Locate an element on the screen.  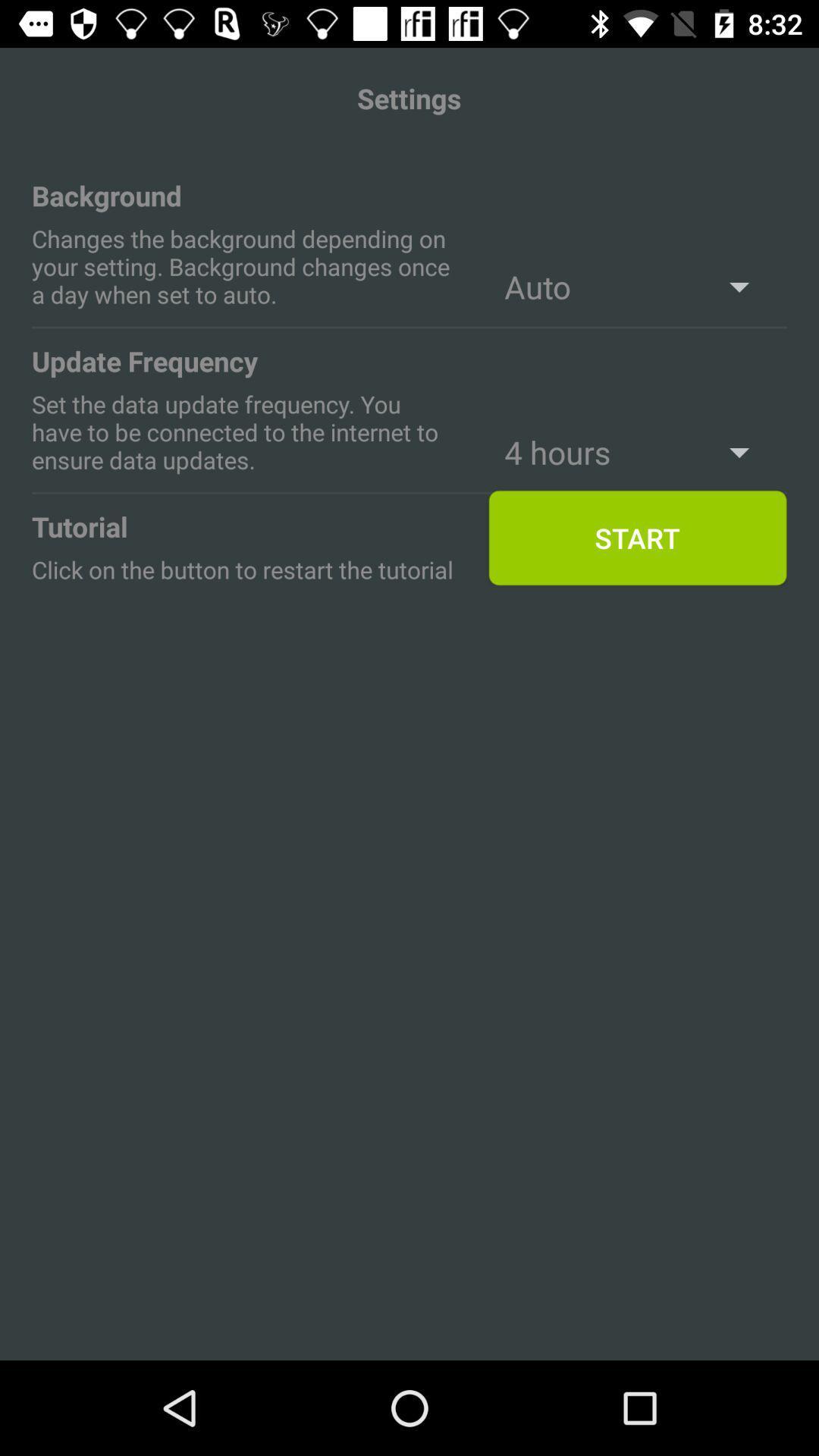
the start button is located at coordinates (637, 538).